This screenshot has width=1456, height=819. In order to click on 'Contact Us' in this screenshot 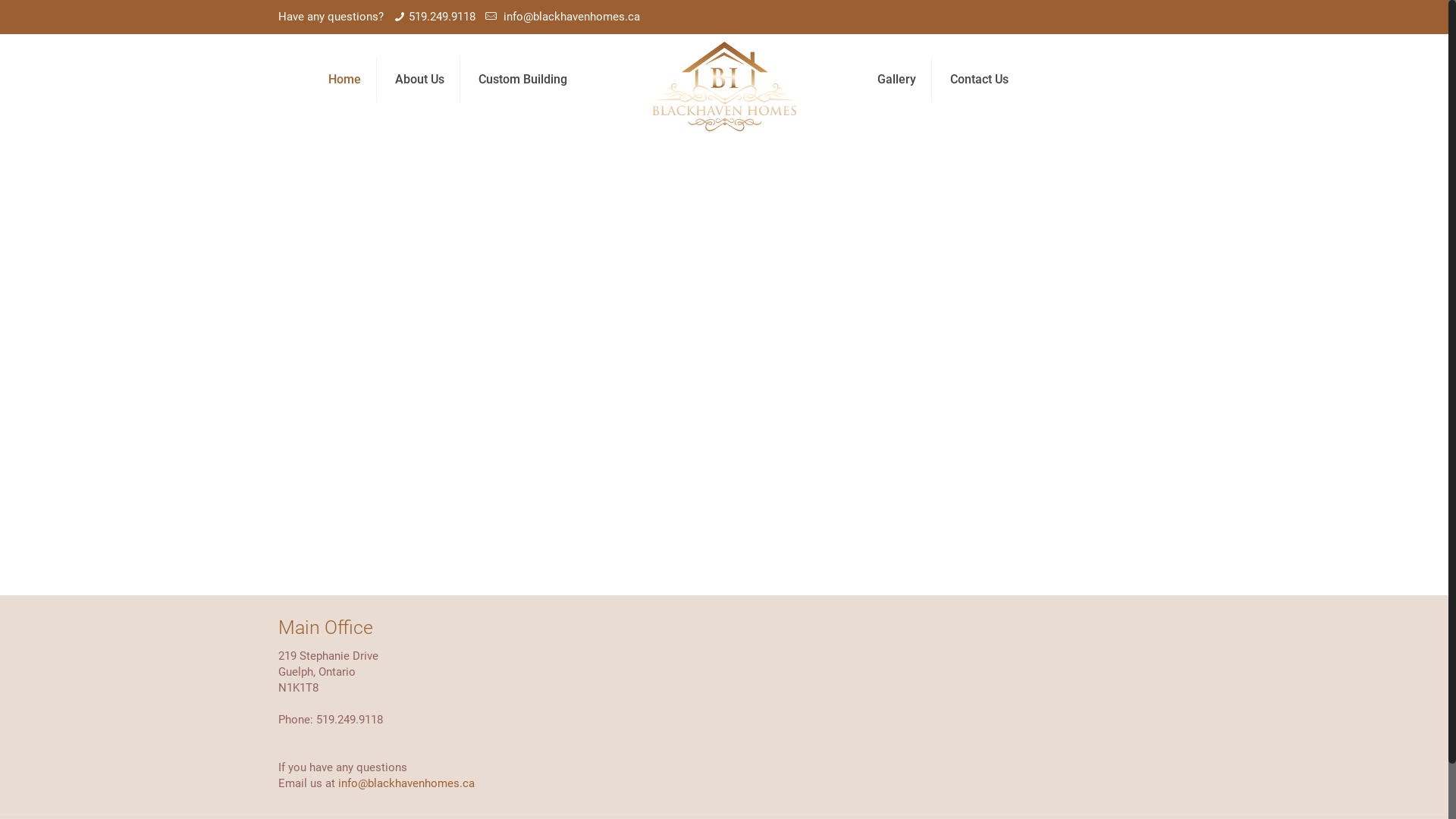, I will do `click(979, 79)`.